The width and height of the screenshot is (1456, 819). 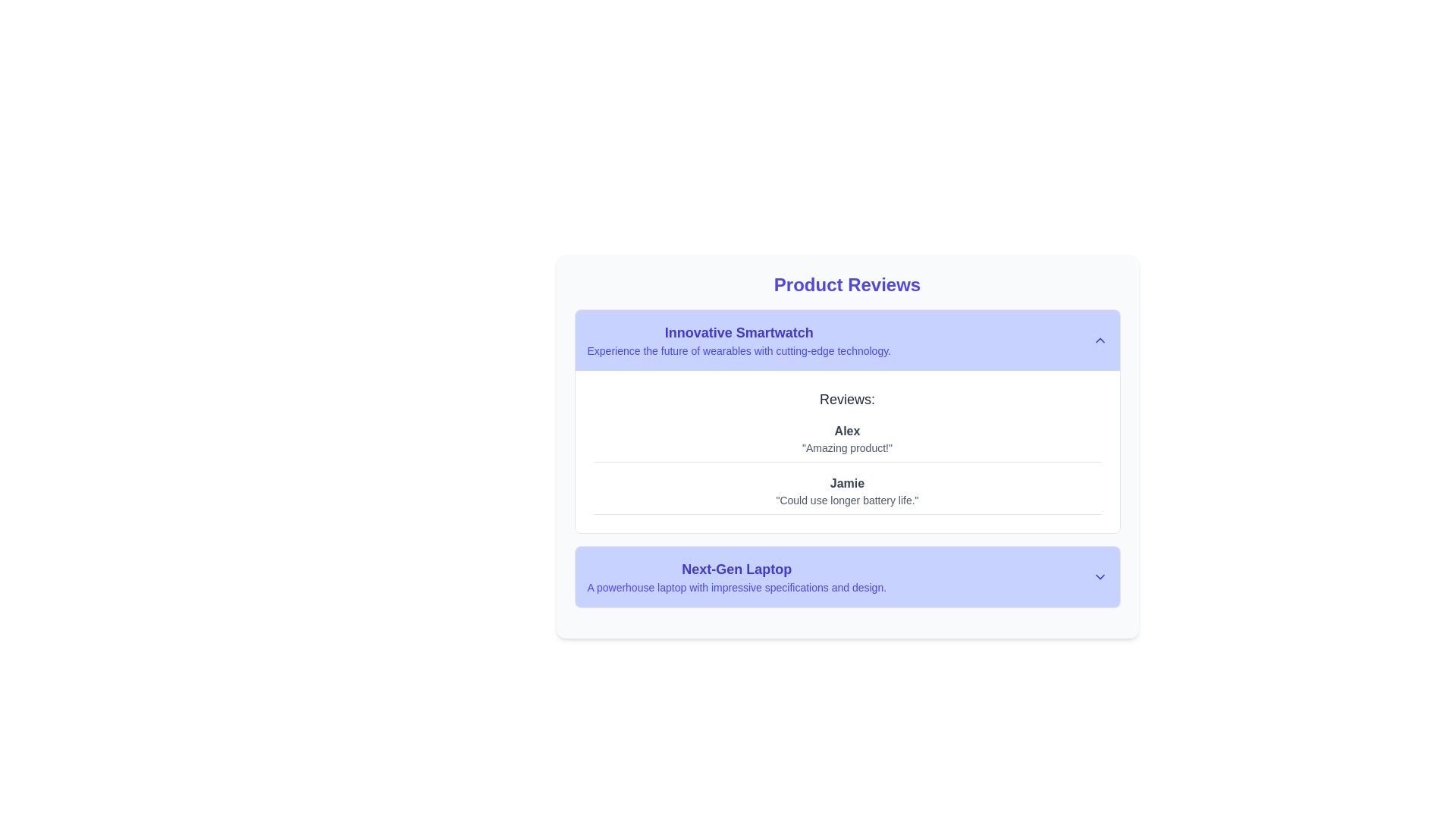 What do you see at coordinates (736, 587) in the screenshot?
I see `text label displaying 'A powerhouse laptop with impressive specifications and design.' positioned below the title 'Next-Gen Laptop'` at bounding box center [736, 587].